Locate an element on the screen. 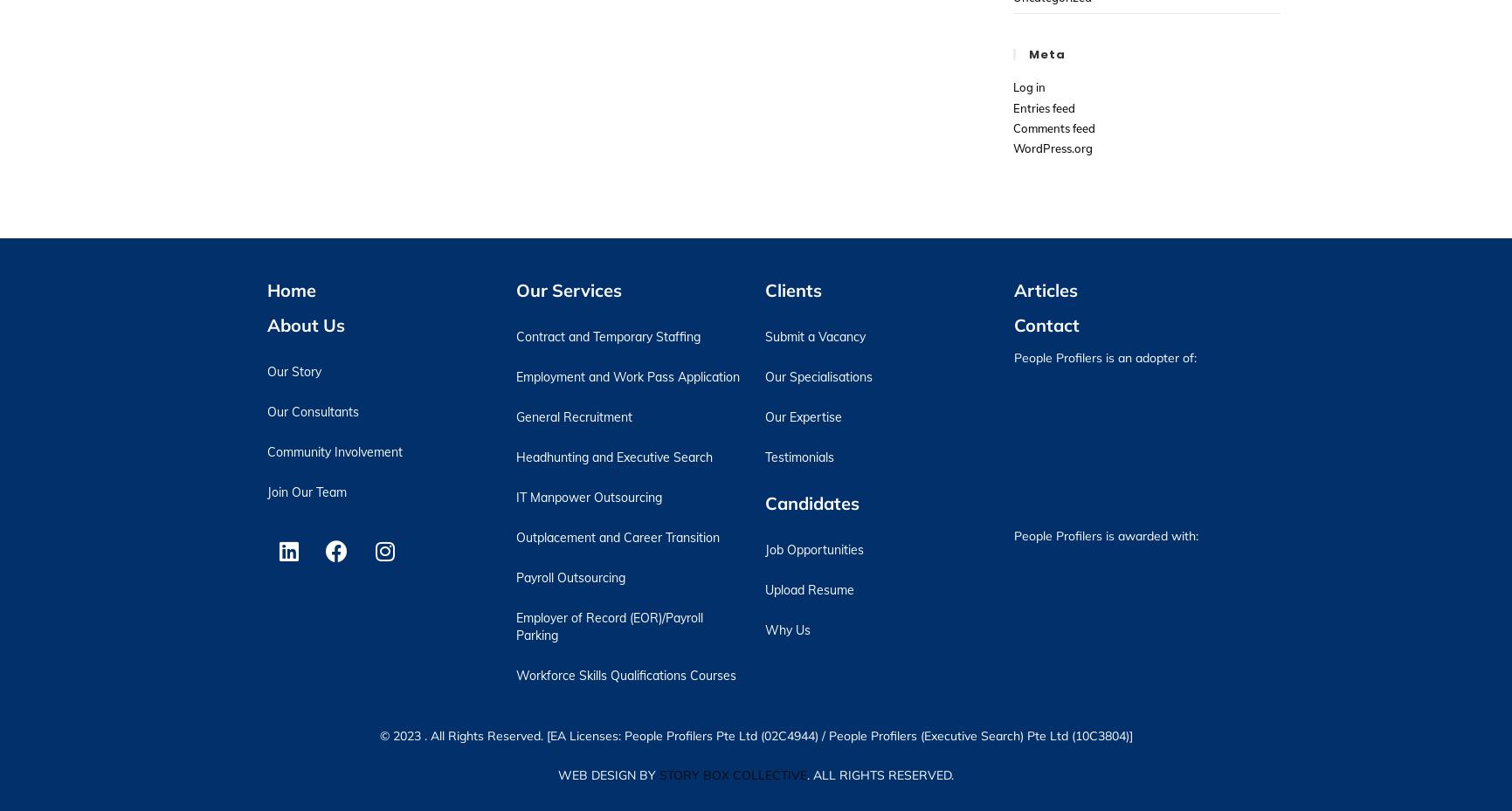 The height and width of the screenshot is (811, 1512). 'Meta' is located at coordinates (1028, 53).